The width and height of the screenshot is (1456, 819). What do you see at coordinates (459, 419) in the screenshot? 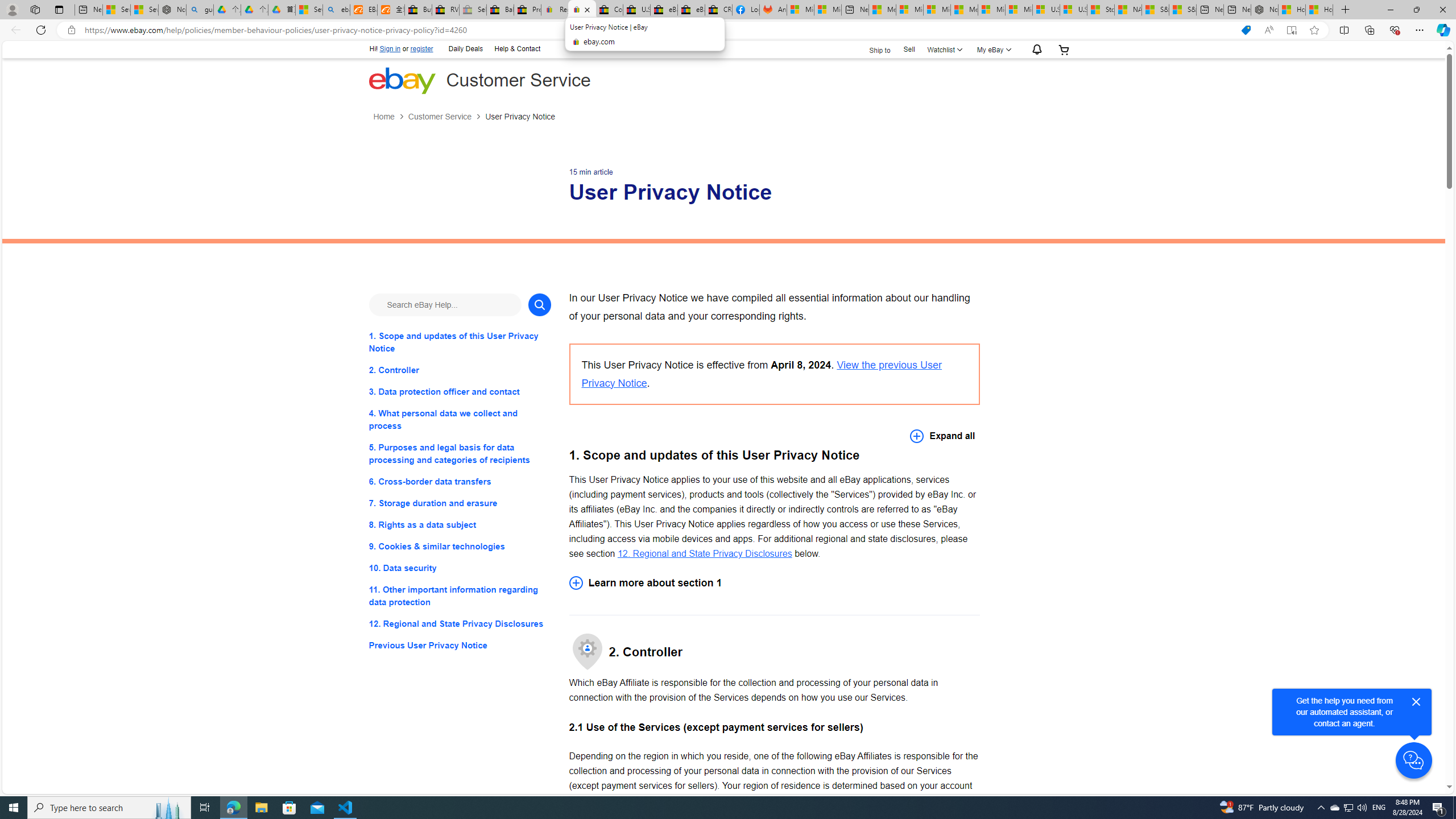
I see `'4. What personal data we collect and process'` at bounding box center [459, 419].